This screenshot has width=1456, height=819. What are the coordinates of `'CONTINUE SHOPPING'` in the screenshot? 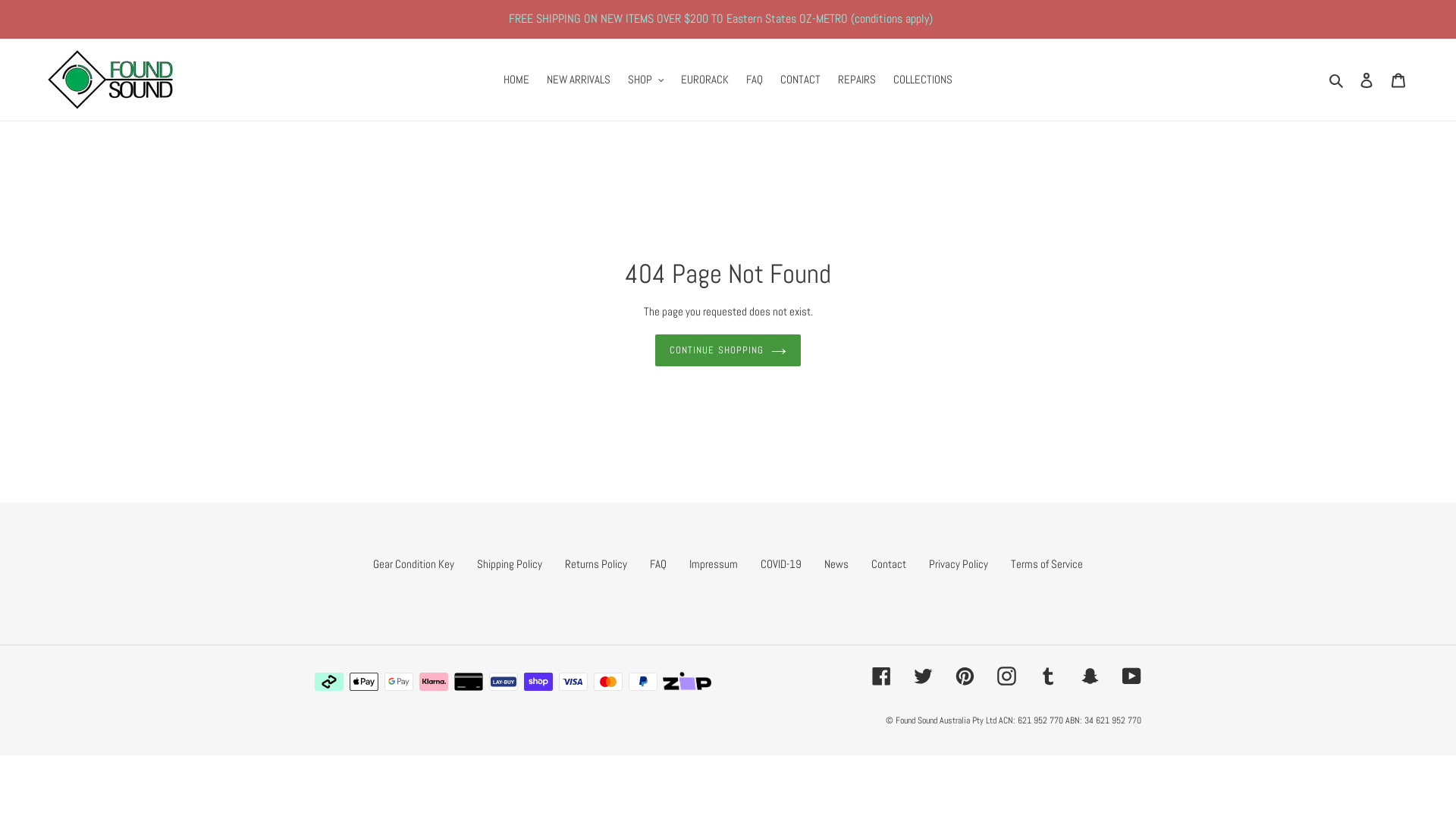 It's located at (655, 350).